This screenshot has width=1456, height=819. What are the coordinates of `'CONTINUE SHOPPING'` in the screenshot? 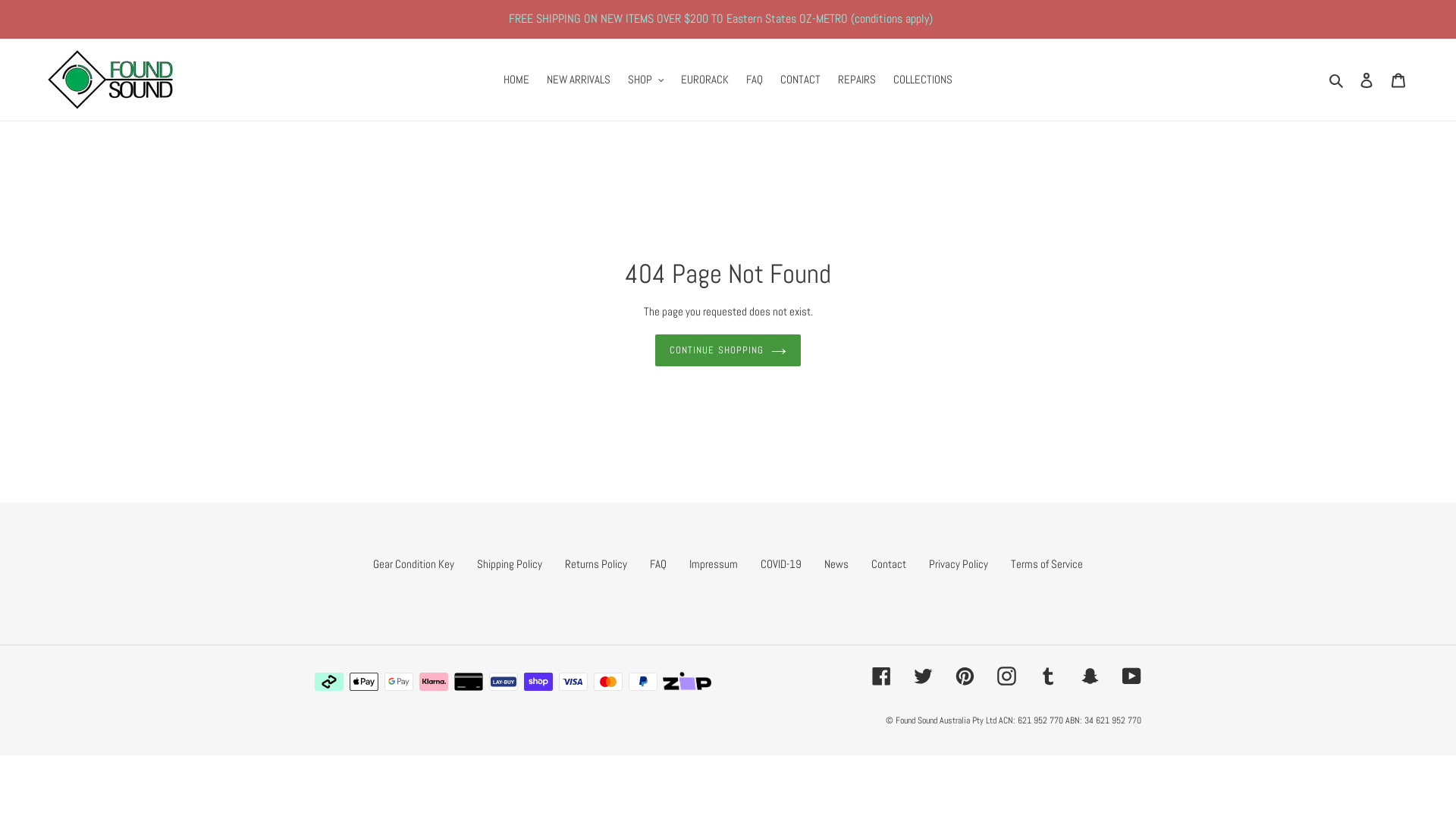 It's located at (655, 350).